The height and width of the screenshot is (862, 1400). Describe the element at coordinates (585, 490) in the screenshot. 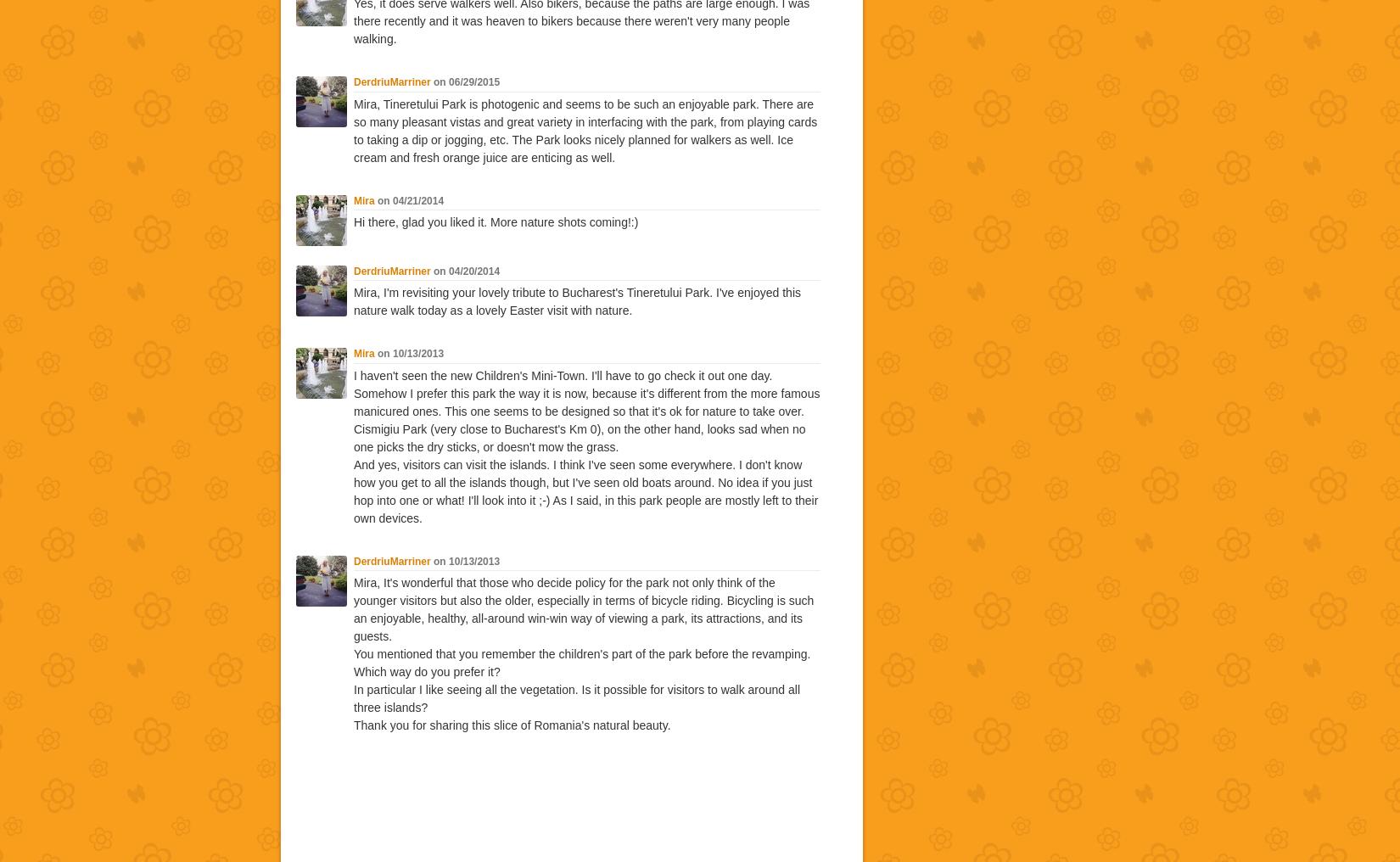

I see `'And yes, visitors can visit the islands. I think I've seen some everywhere. I don't know how you get to all the islands though, but I've seen old boats around. No idea if you just hop into one or what! I'll look into it ;-) As I said, in this park people are mostly left to their own devices.'` at that location.